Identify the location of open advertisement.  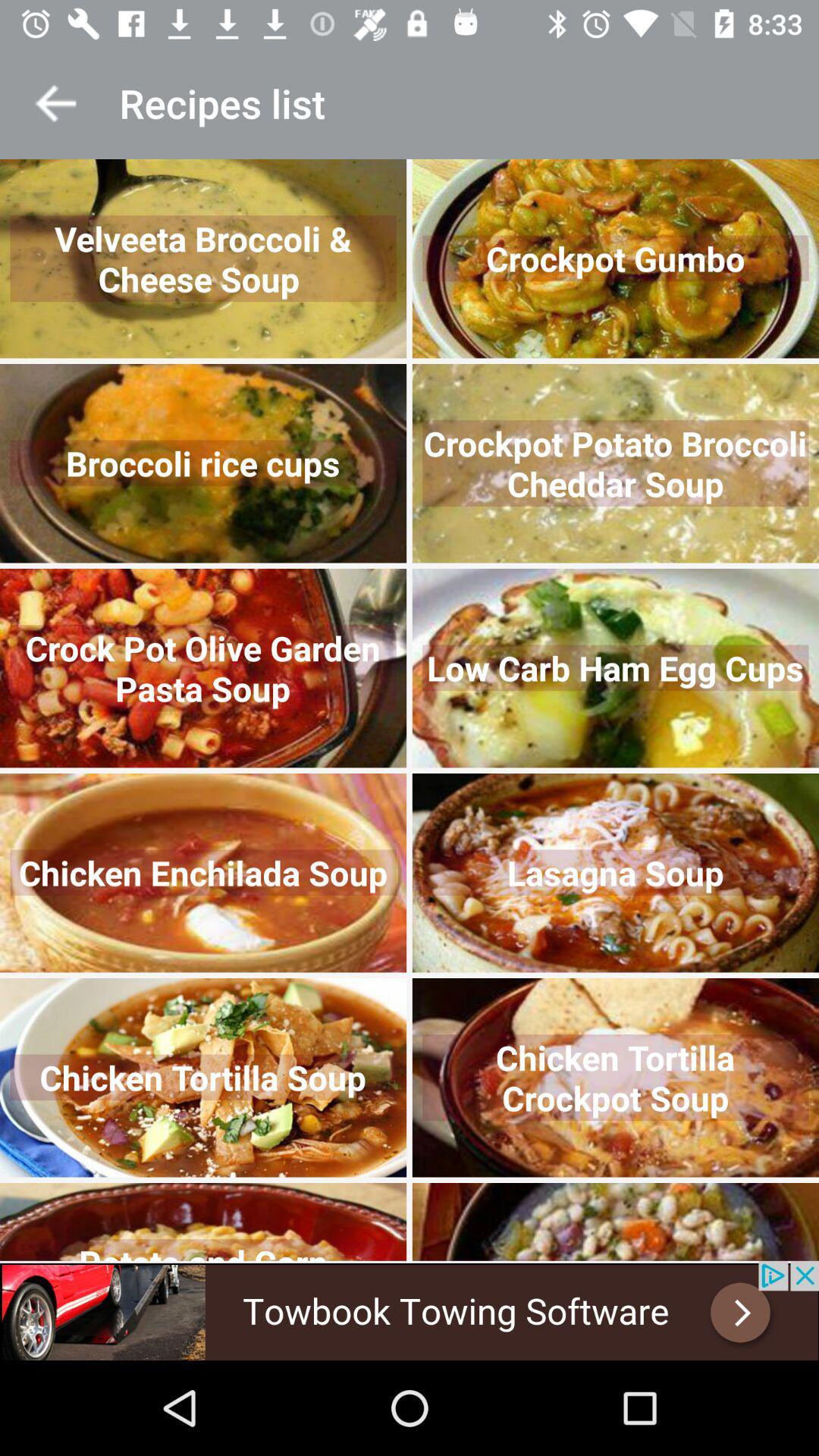
(409, 1310).